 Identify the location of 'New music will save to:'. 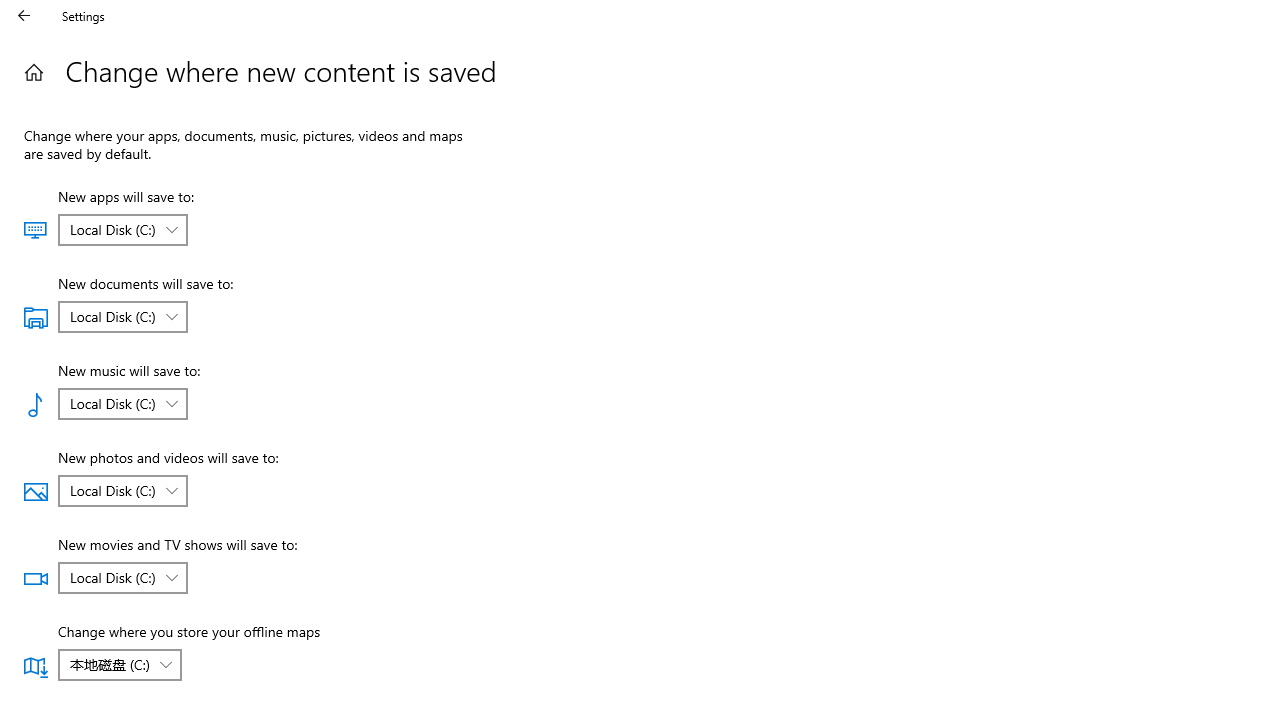
(121, 403).